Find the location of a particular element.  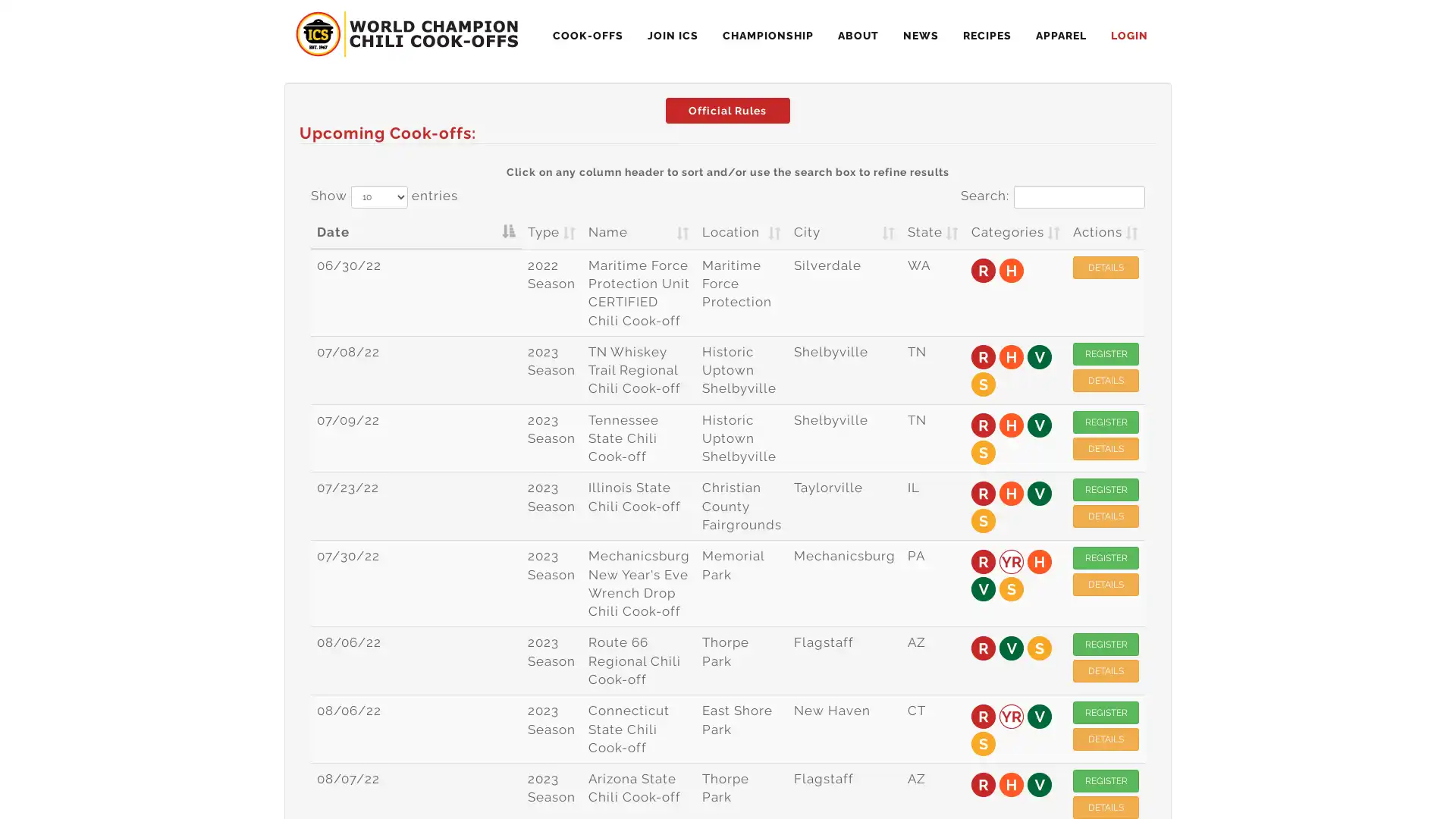

REGISTER is located at coordinates (1106, 489).